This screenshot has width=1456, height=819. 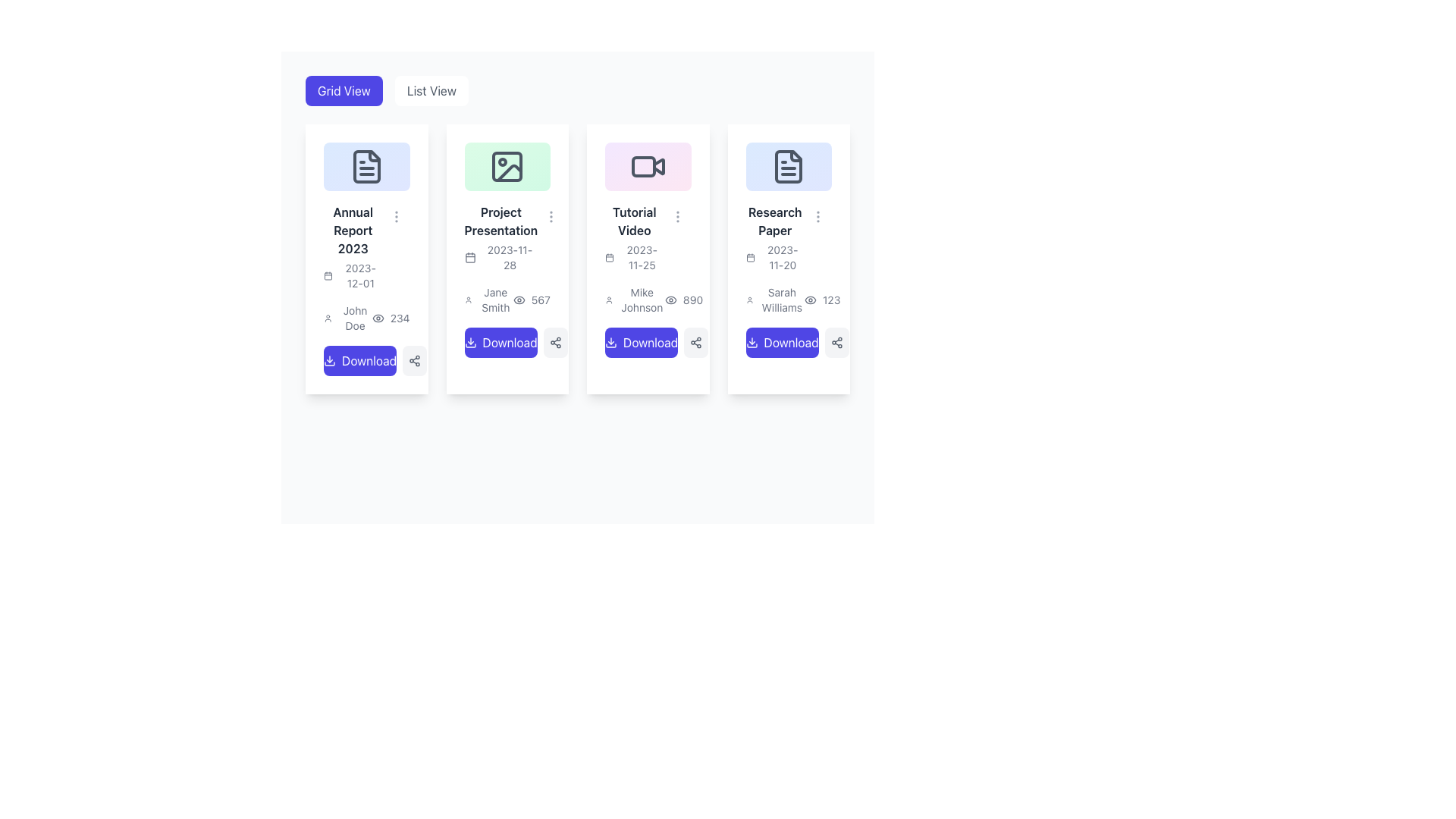 I want to click on the user icon associated with 'Jane Smith' located in the second card from the left, positioned at the top left corner of the card, so click(x=467, y=300).